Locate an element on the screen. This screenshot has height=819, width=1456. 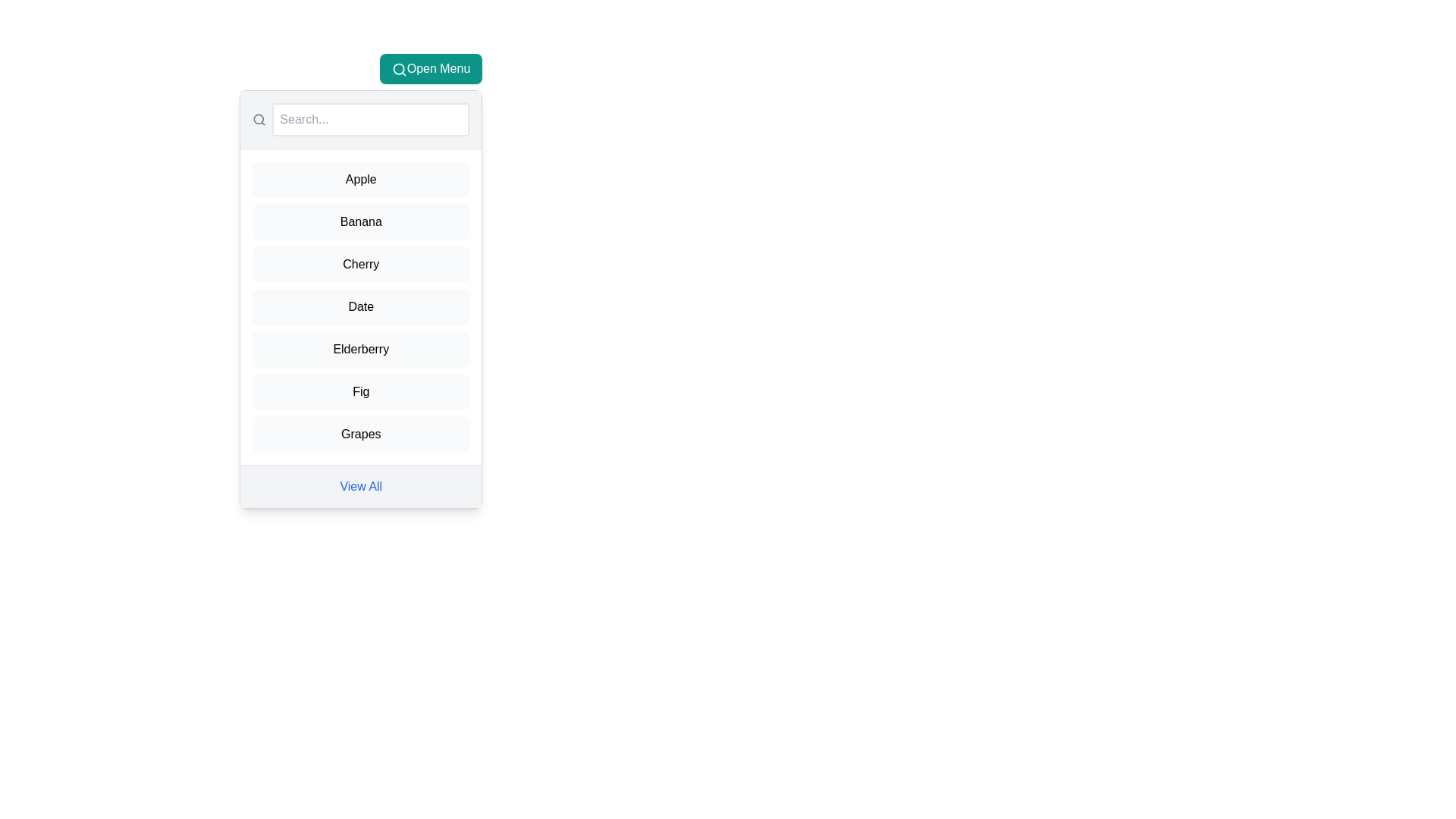
the rectangular button with a white background and black text labeled 'Grapes' is located at coordinates (360, 435).